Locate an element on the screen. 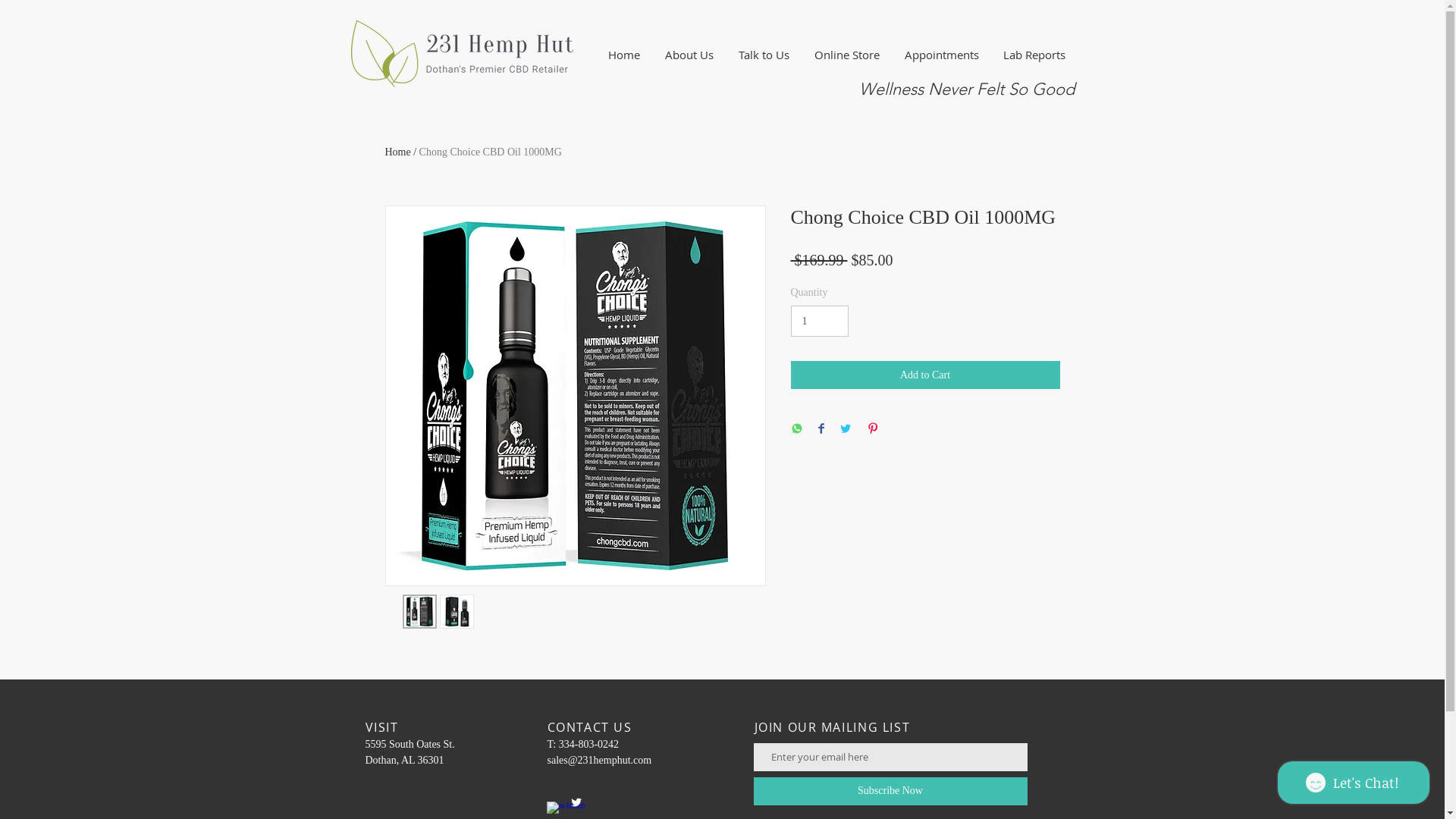 This screenshot has height=819, width=1456. 'Subscribe Now' is located at coordinates (890, 790).